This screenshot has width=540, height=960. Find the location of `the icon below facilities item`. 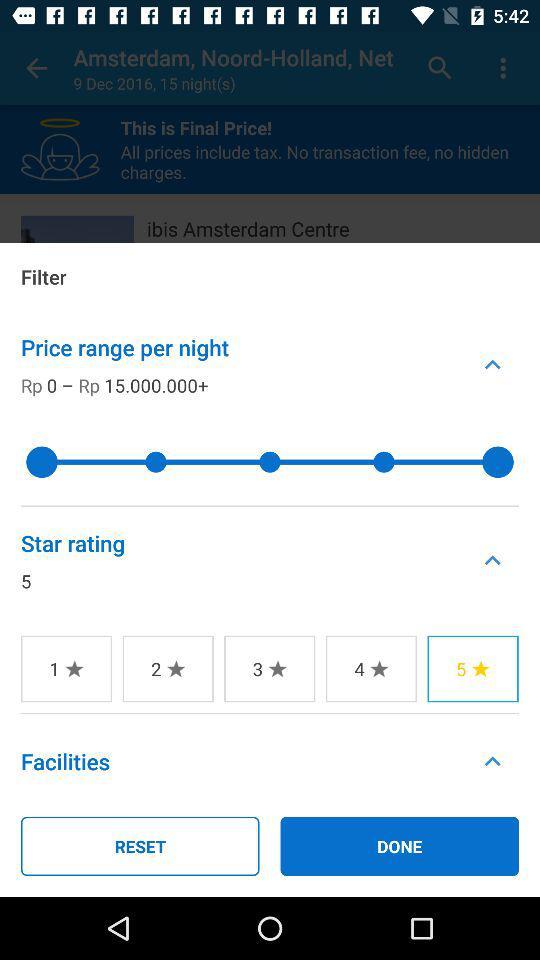

the icon below facilities item is located at coordinates (139, 845).